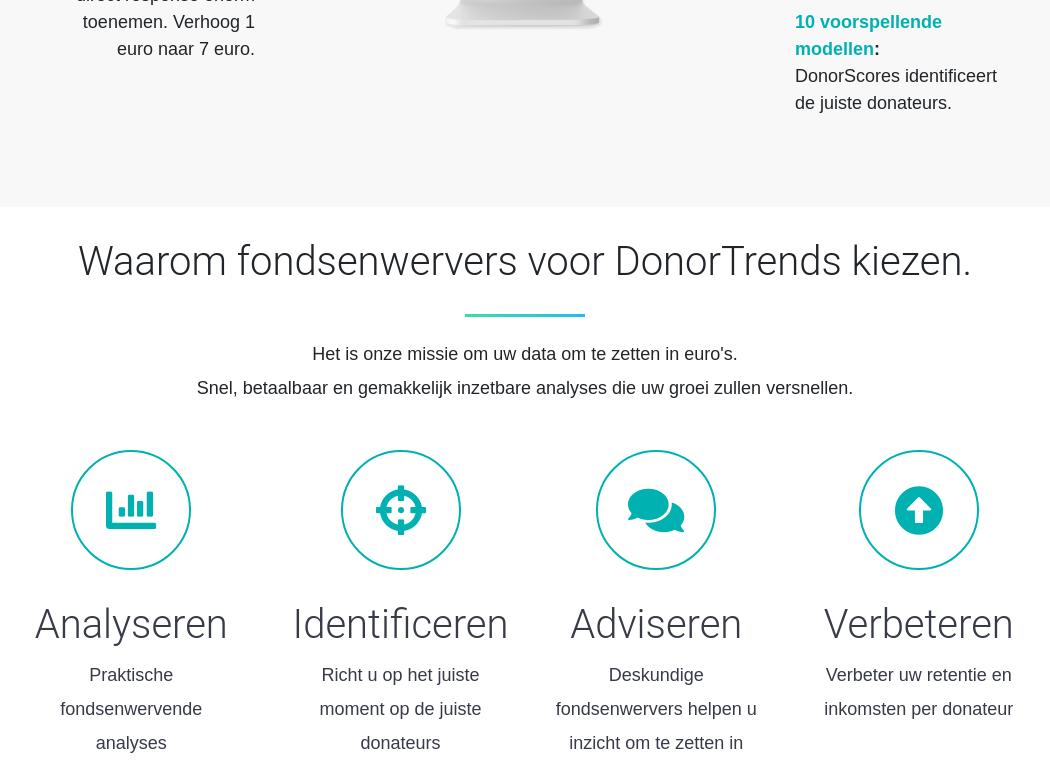 This screenshot has height=763, width=1050. Describe the element at coordinates (130, 707) in the screenshot. I see `'Praktische fondsenwervende analyses'` at that location.